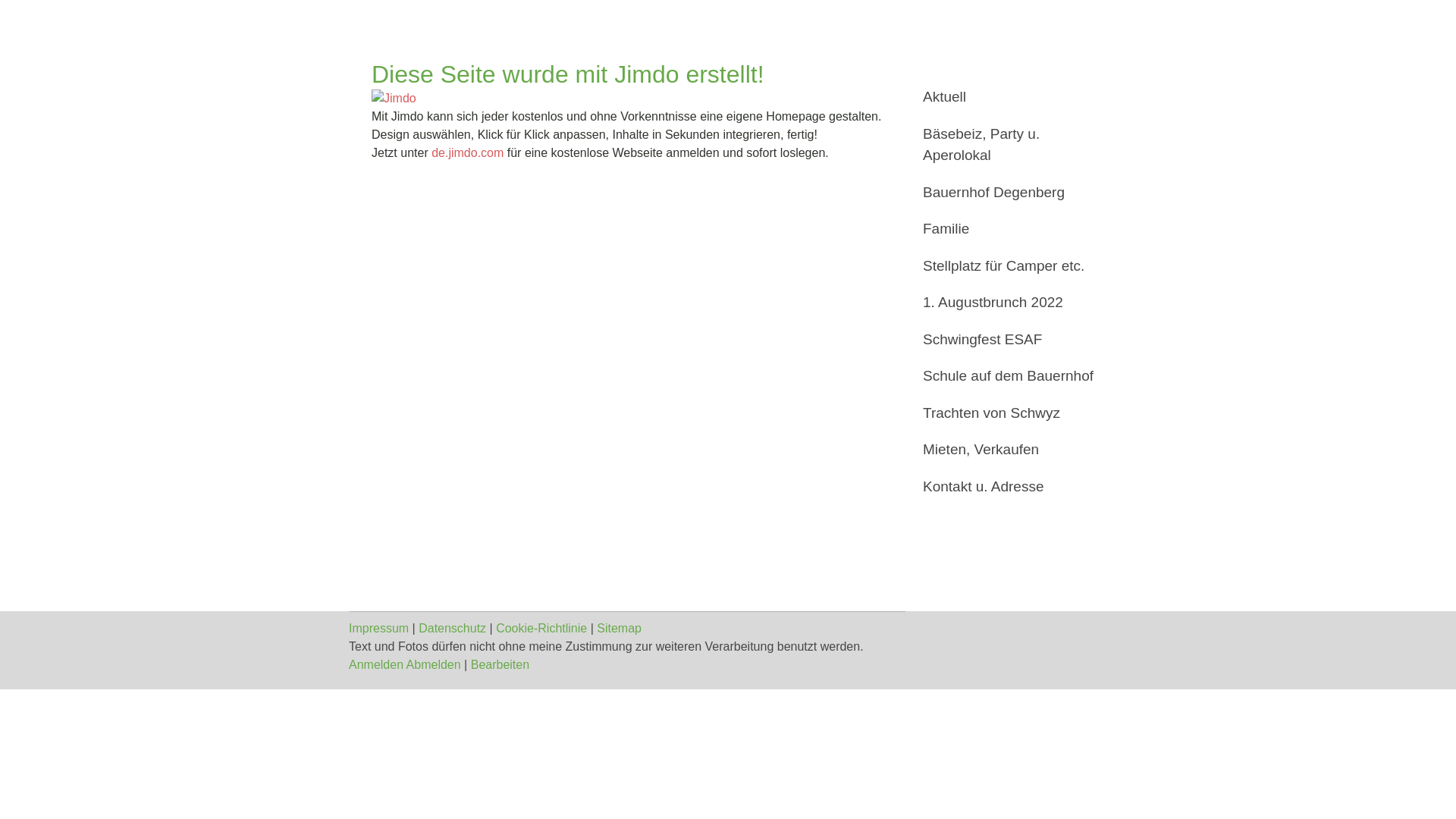  What do you see at coordinates (1008, 487) in the screenshot?
I see `'Kontakt u. Adresse'` at bounding box center [1008, 487].